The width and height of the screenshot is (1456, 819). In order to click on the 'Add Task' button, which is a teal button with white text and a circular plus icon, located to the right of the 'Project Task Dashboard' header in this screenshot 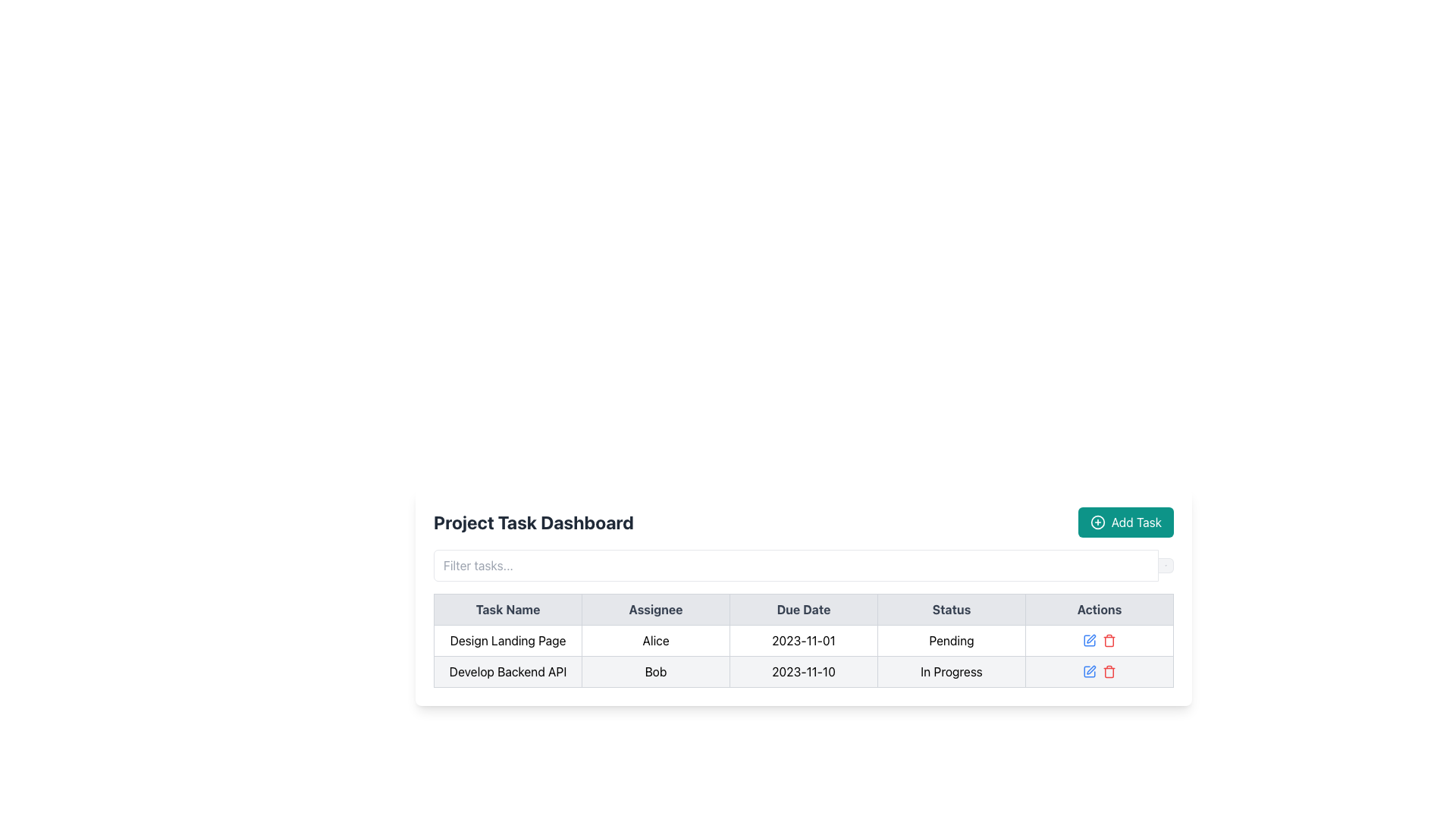, I will do `click(1125, 522)`.